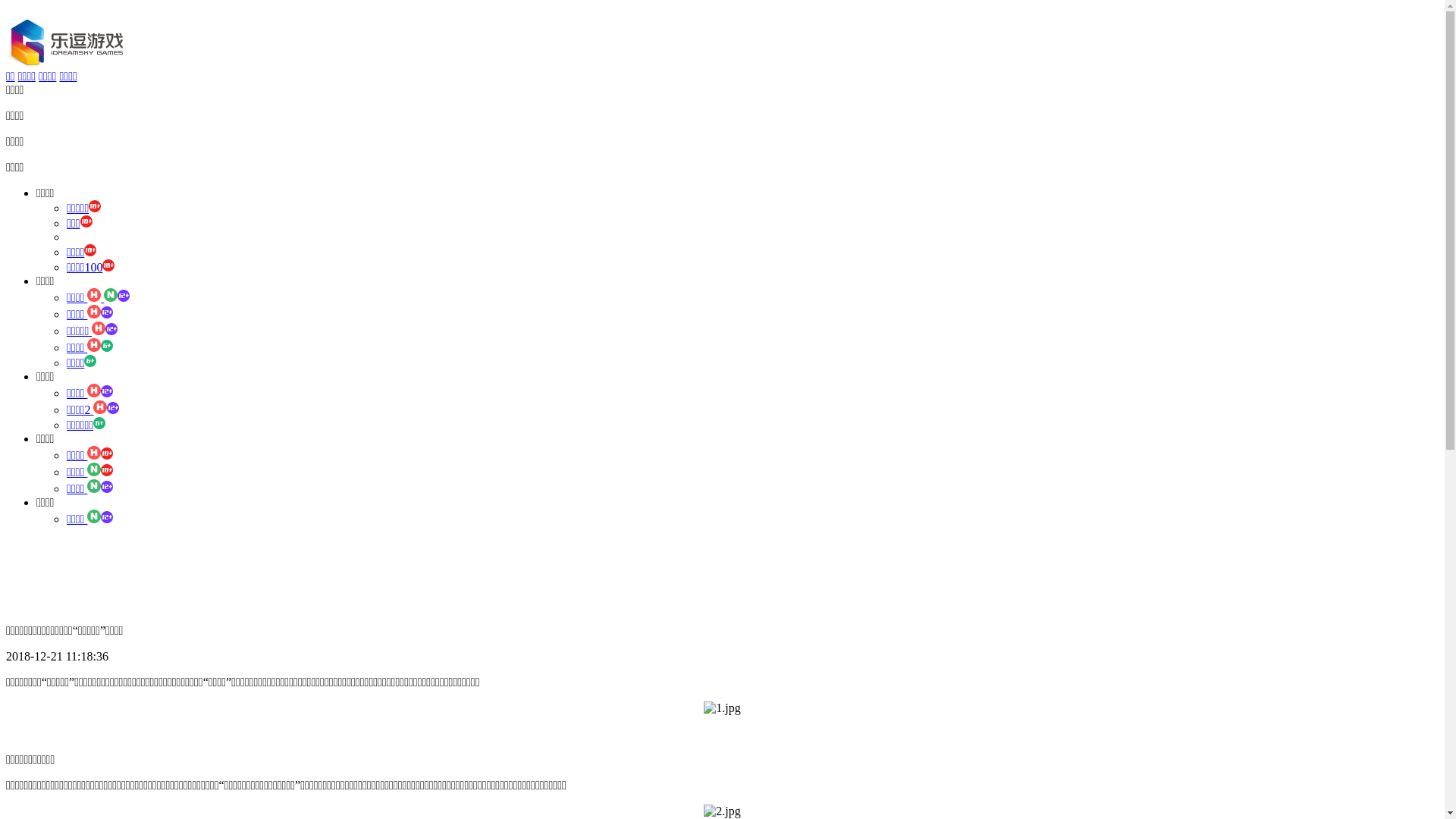 Image resolution: width=1456 pixels, height=819 pixels. I want to click on '1545362347566432.jpg', so click(720, 810).